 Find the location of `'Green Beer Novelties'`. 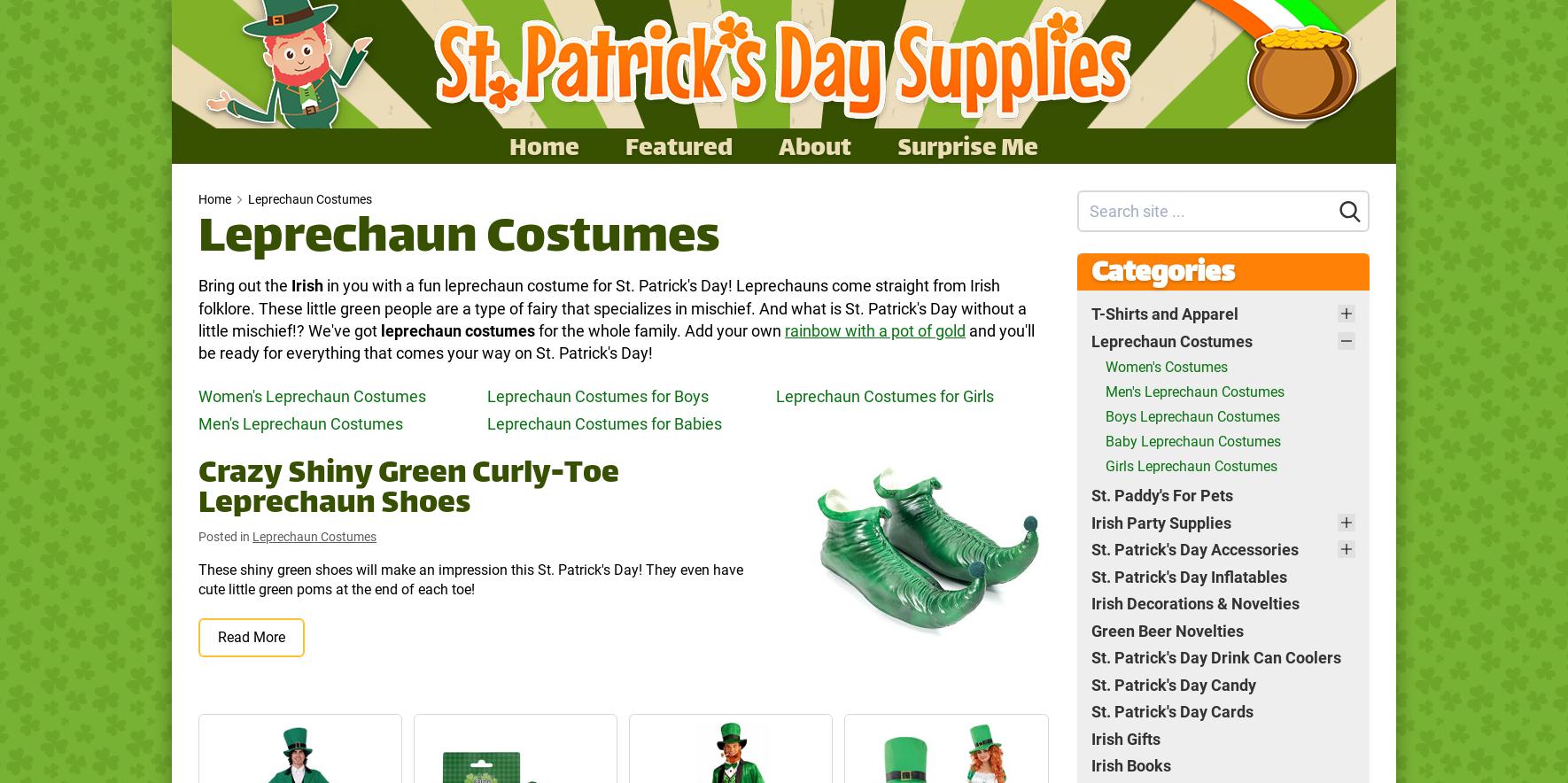

'Green Beer Novelties' is located at coordinates (1166, 629).